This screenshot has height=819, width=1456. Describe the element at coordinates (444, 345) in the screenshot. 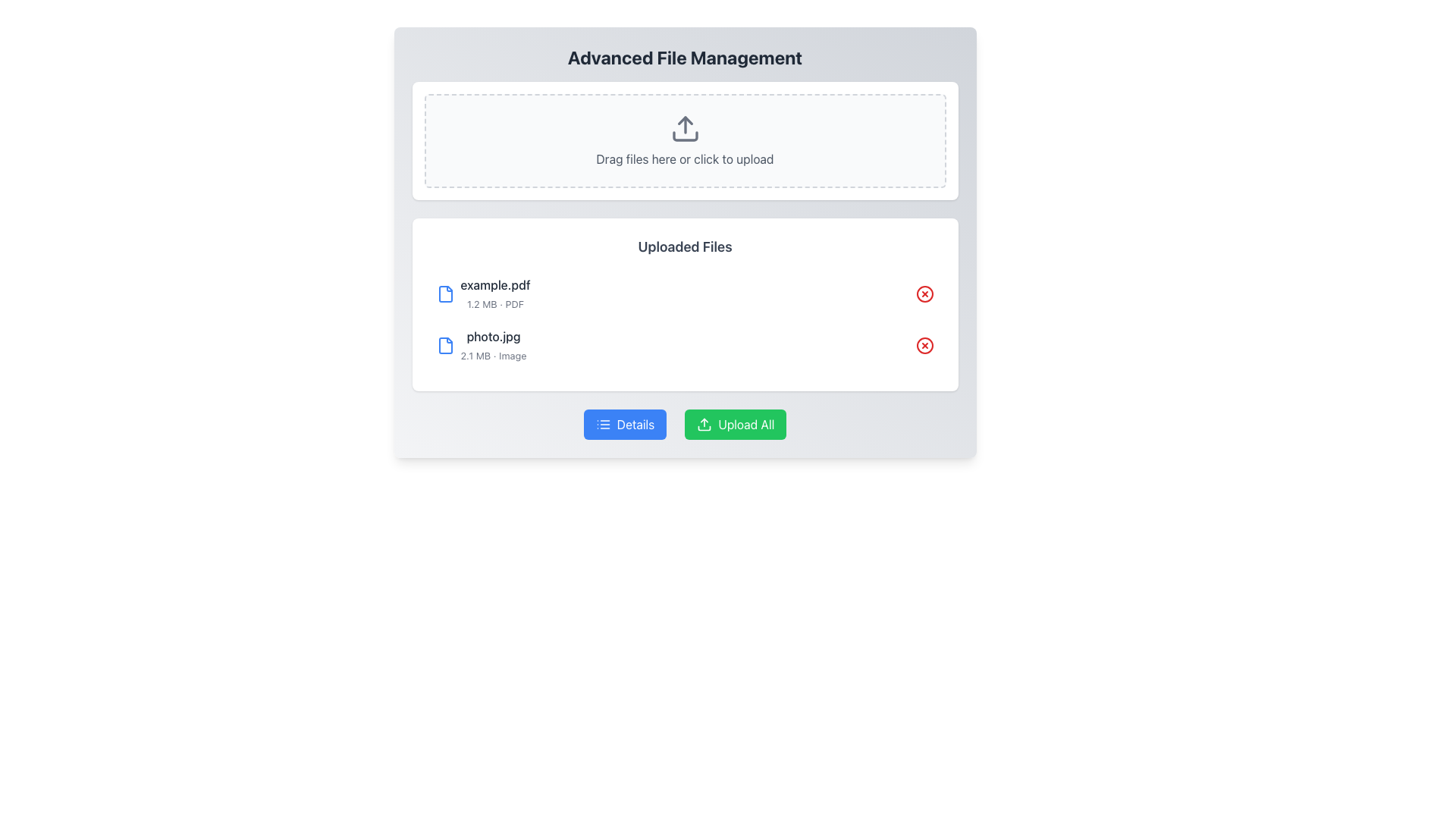

I see `the blue document icon located to the left of the text 'photo.jpg'` at that location.